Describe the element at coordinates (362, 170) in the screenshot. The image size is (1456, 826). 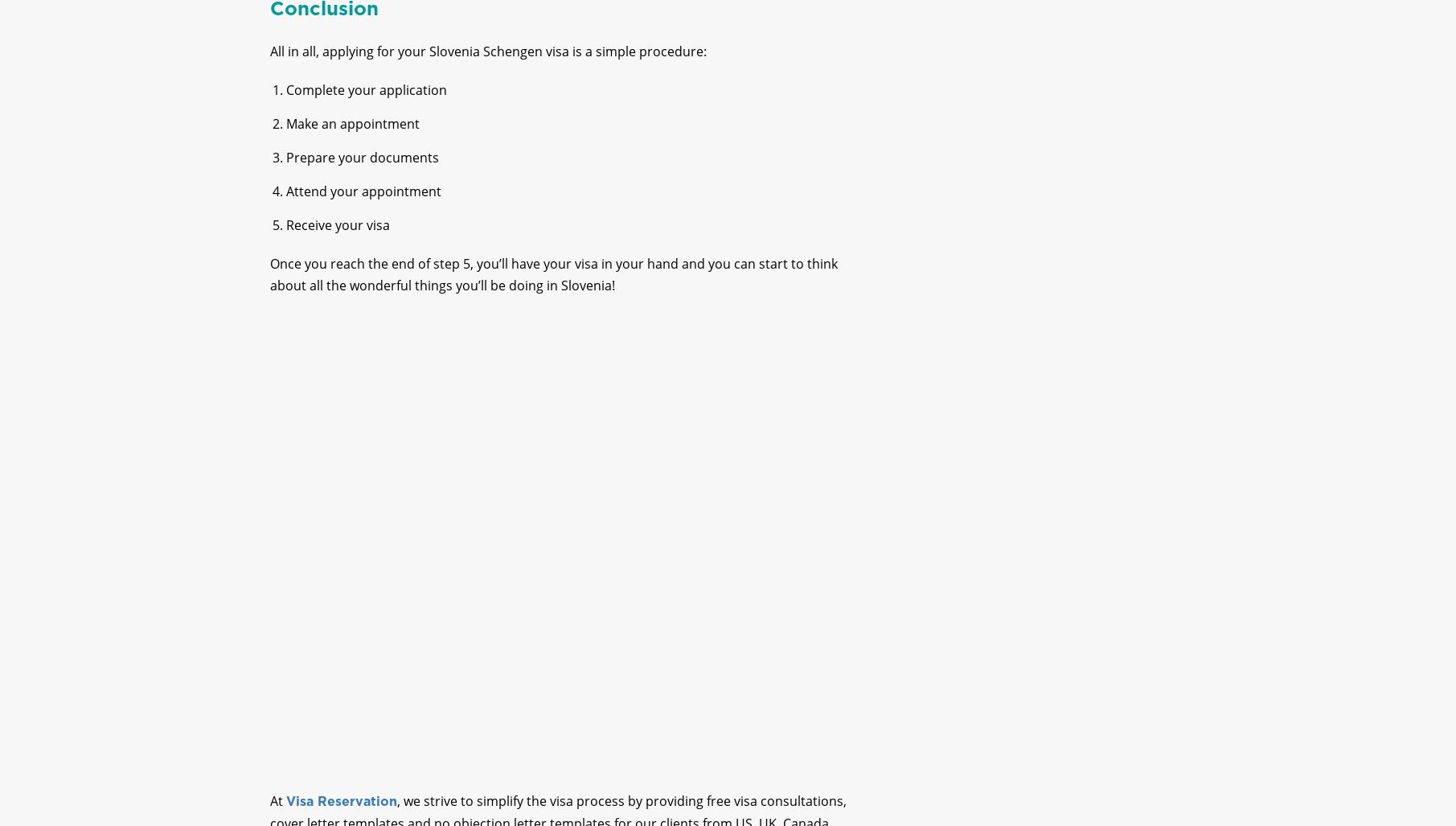
I see `'Prepare your documents'` at that location.